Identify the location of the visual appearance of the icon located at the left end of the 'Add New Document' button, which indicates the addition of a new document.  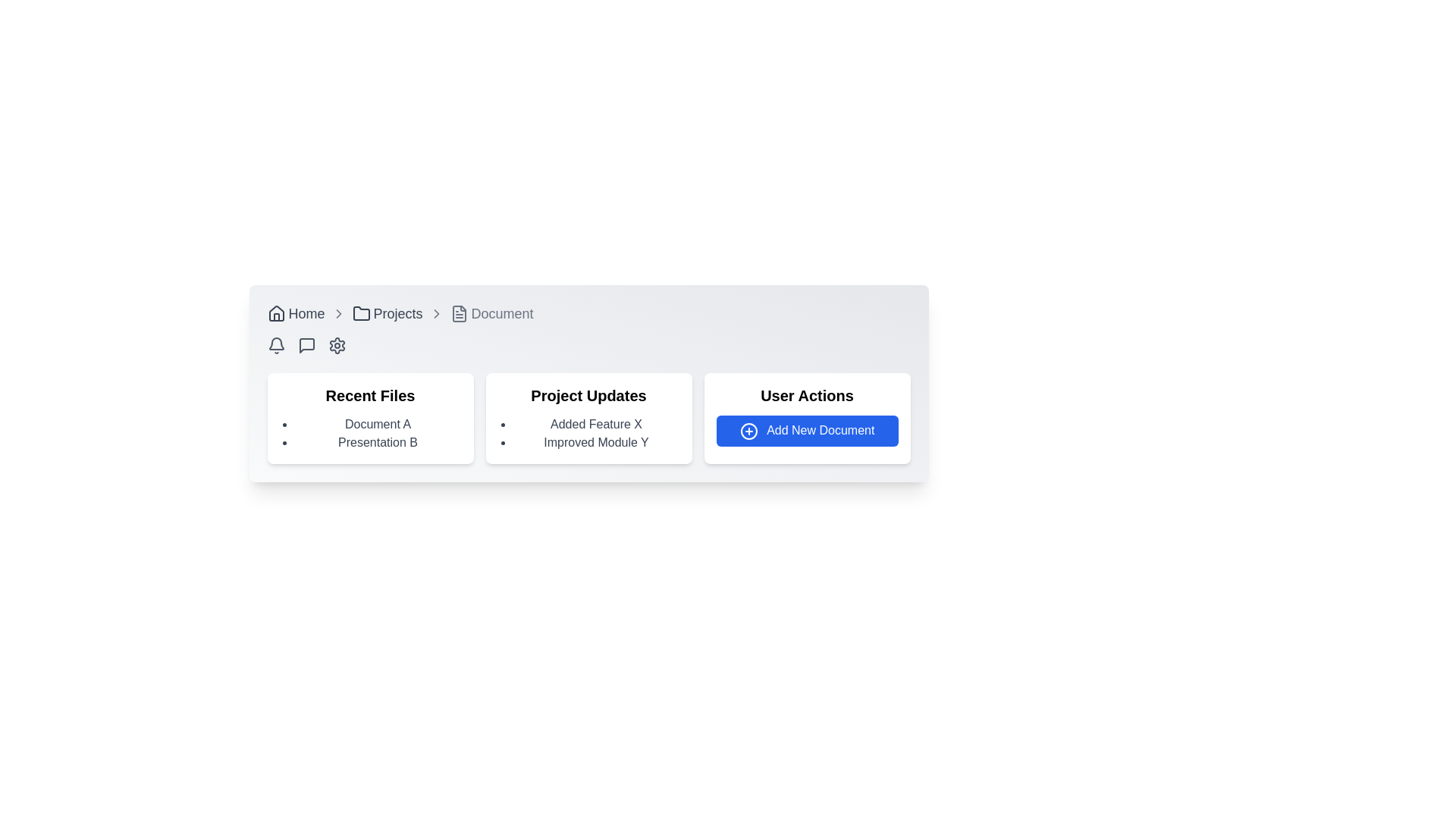
(748, 431).